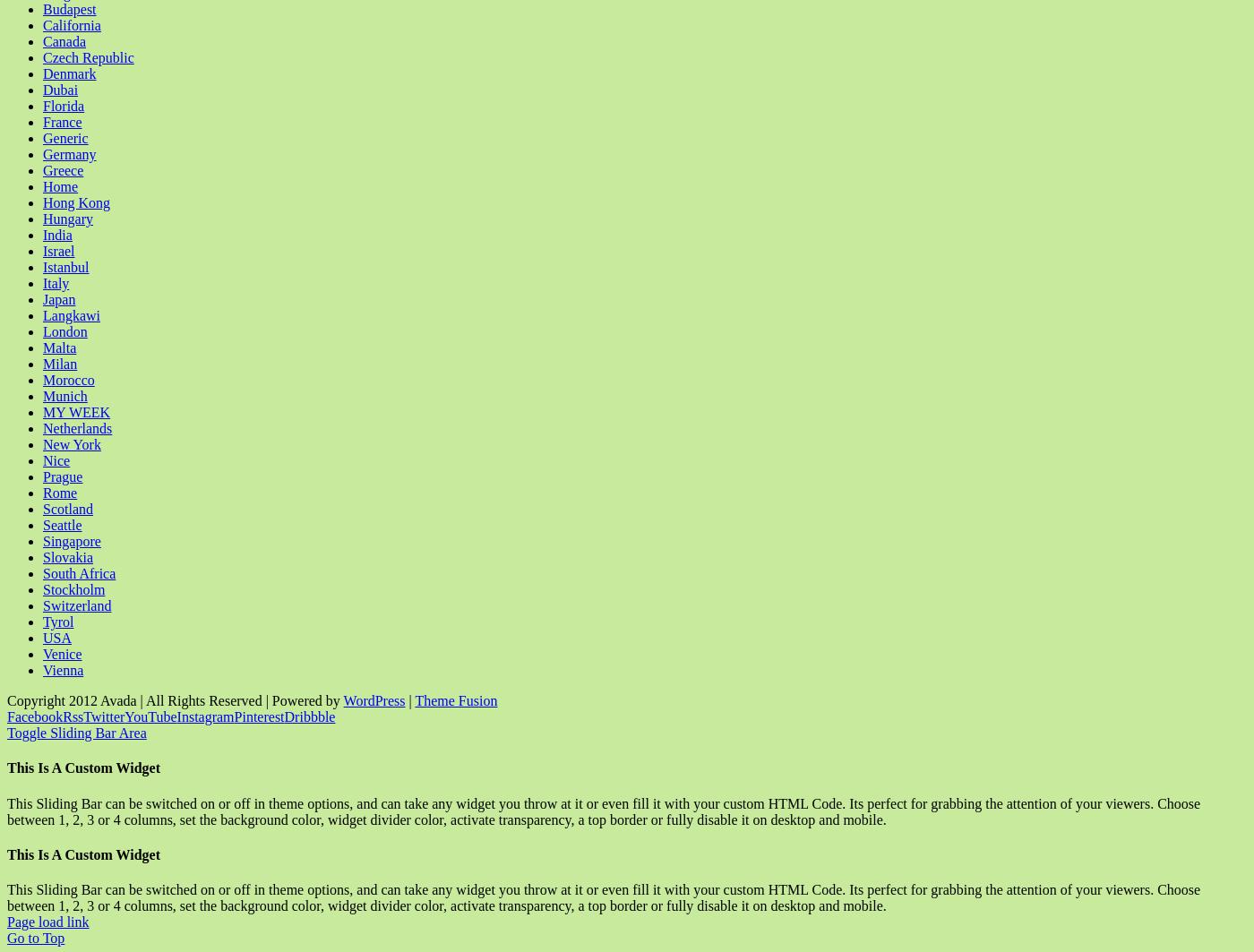  What do you see at coordinates (62, 524) in the screenshot?
I see `'Seattle'` at bounding box center [62, 524].